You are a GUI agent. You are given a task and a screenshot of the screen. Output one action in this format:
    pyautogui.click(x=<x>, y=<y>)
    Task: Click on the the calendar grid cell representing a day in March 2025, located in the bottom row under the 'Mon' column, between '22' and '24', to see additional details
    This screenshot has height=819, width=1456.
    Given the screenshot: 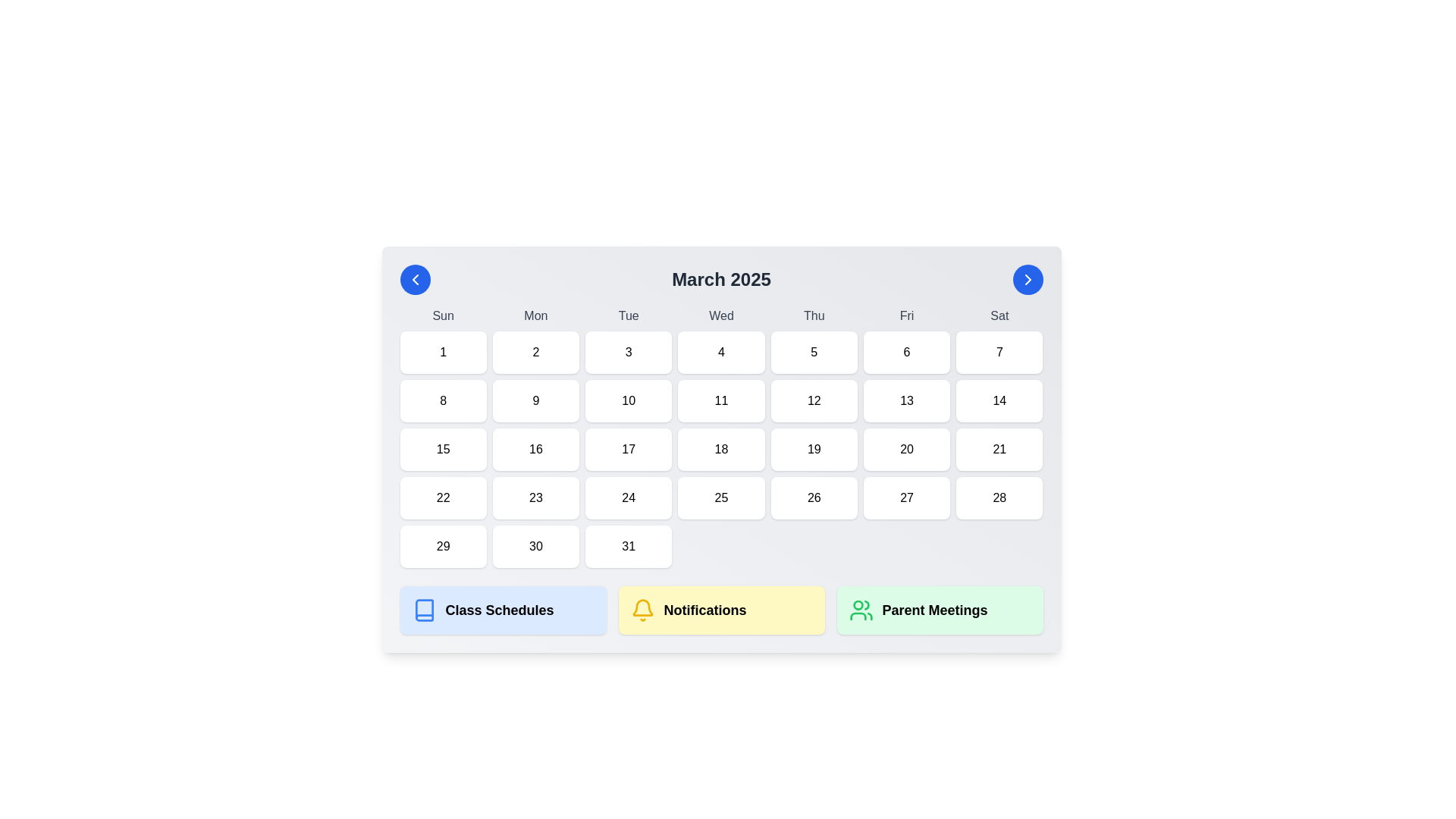 What is the action you would take?
    pyautogui.click(x=535, y=497)
    